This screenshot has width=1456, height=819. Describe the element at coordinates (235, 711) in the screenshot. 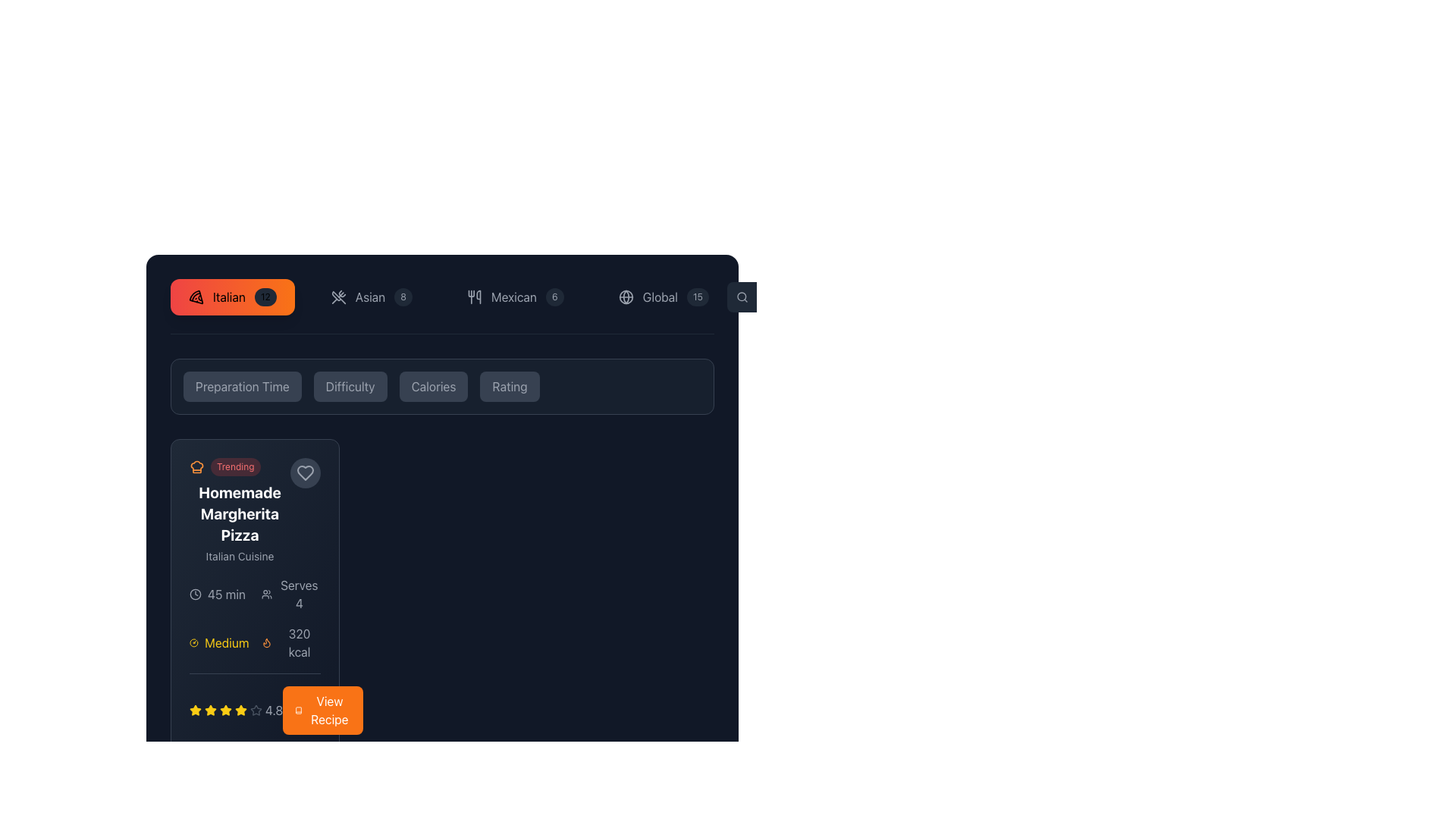

I see `the star icons representing the average user rating for the recipe 'Homemade Margherita Pizza', located to the left of the 'View Recipe' button` at that location.